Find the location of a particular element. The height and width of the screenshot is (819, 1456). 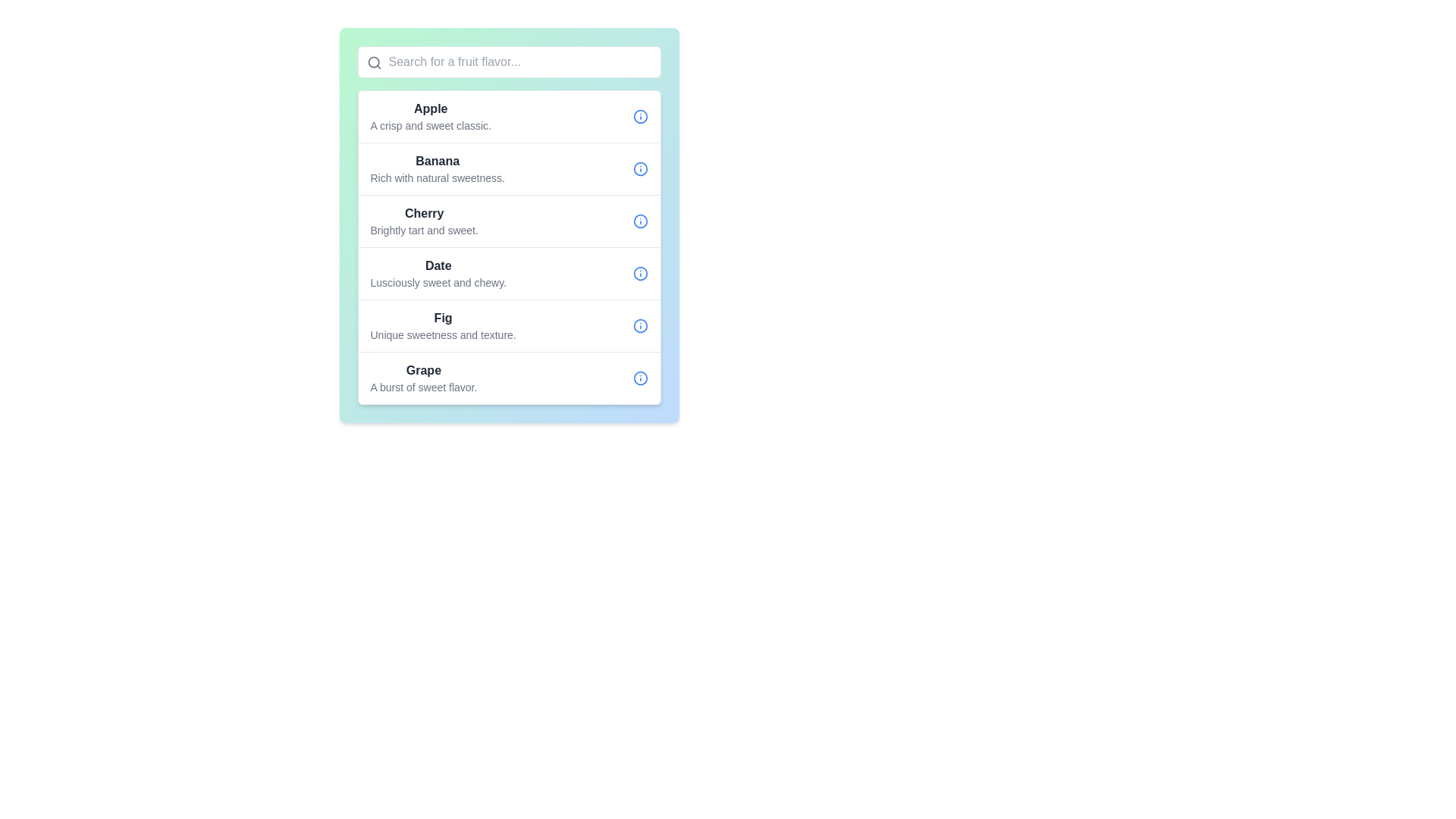

the blue circular informational icon with an 'i' inside, located at the far right end of the row containing the text 'Cherry Brightly tart and sweet' is located at coordinates (640, 221).